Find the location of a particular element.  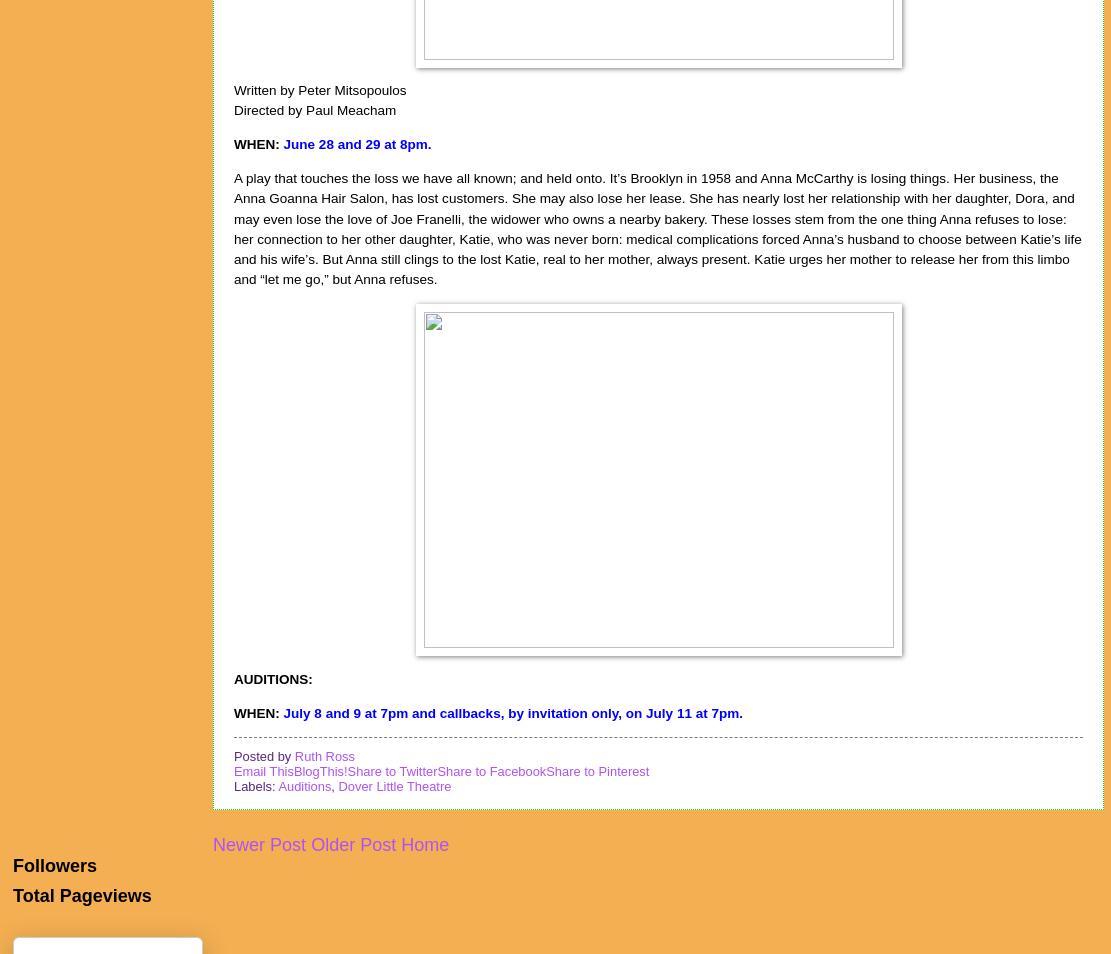

'Directed by Paul Meacham' is located at coordinates (313, 109).